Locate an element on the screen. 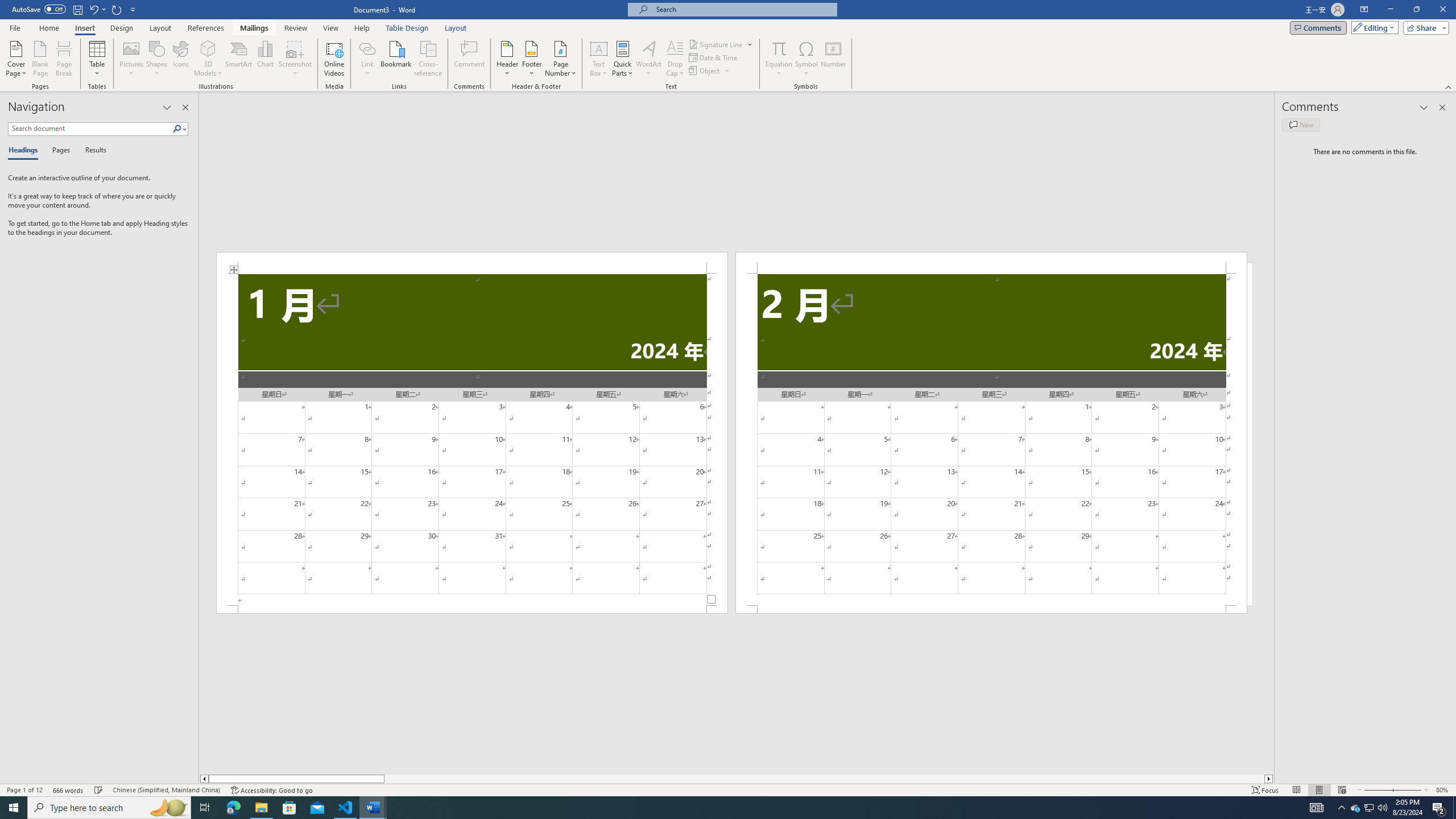 The height and width of the screenshot is (819, 1456). 'Header -Section 2-' is located at coordinates (991, 263).